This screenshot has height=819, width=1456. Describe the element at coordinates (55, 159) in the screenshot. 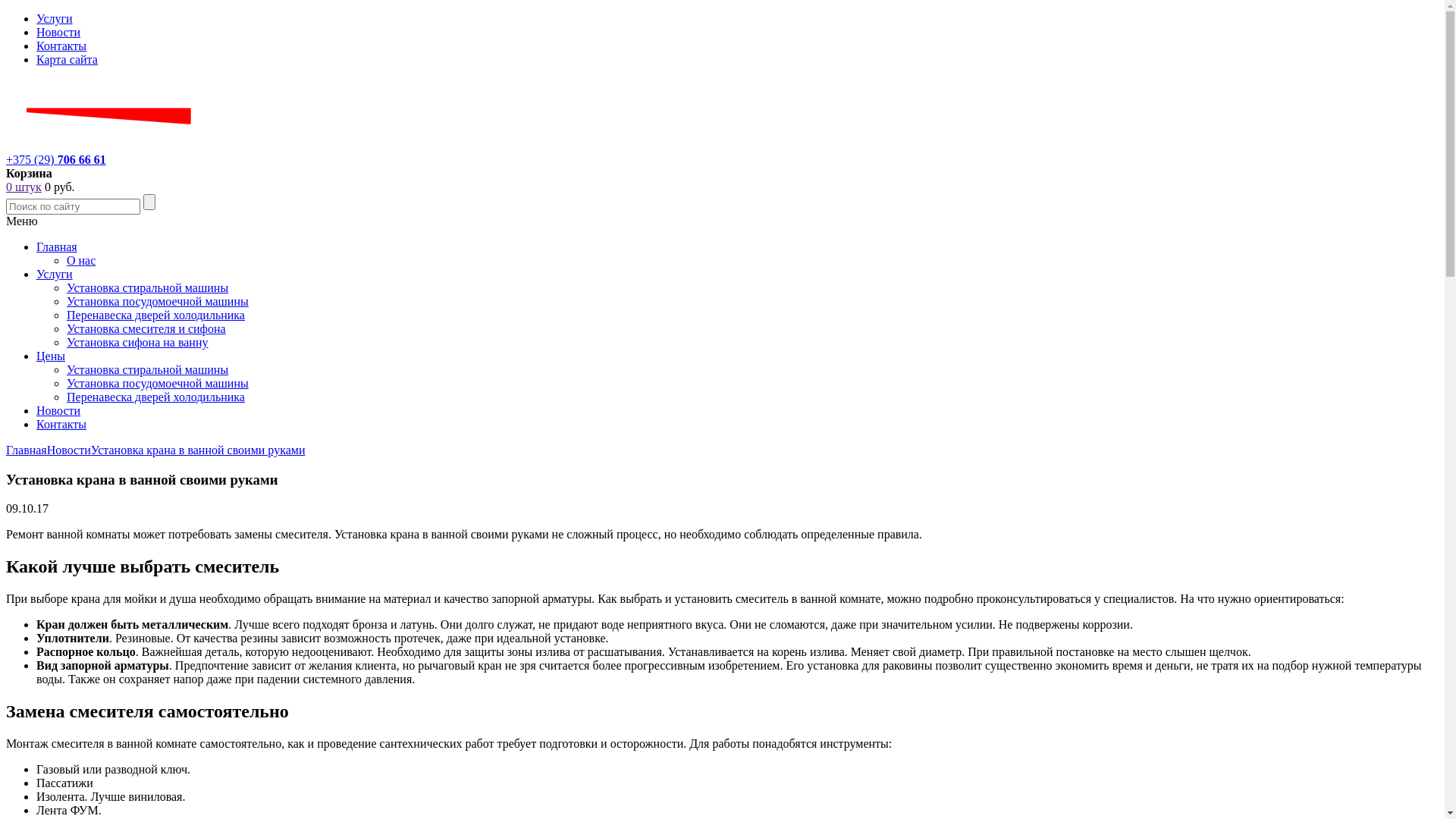

I see `'+375 (29) 706 66 61'` at that location.